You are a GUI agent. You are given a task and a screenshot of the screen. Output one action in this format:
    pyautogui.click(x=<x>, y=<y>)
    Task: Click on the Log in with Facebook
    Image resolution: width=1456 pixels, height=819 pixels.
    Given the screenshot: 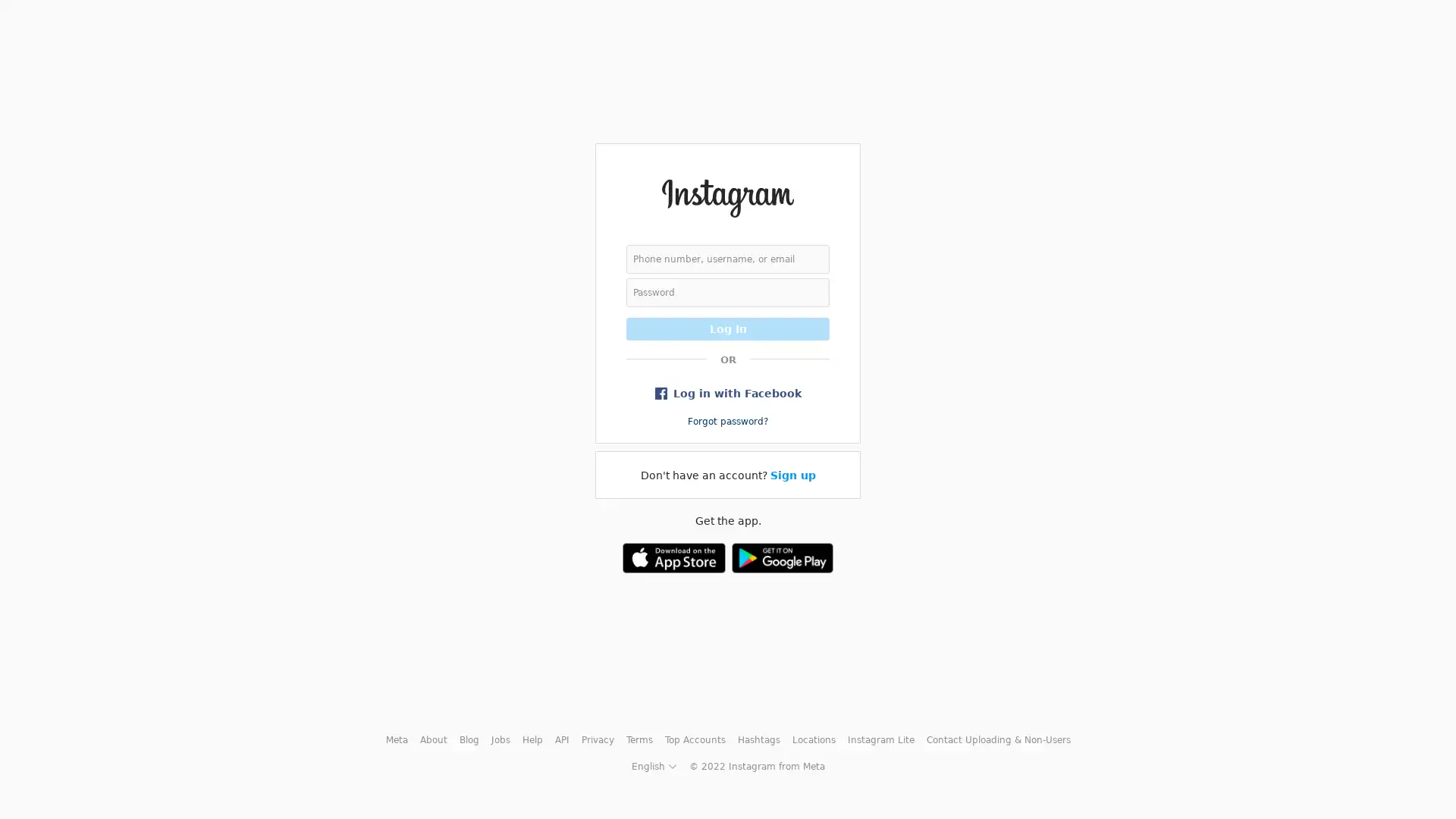 What is the action you would take?
    pyautogui.click(x=728, y=391)
    